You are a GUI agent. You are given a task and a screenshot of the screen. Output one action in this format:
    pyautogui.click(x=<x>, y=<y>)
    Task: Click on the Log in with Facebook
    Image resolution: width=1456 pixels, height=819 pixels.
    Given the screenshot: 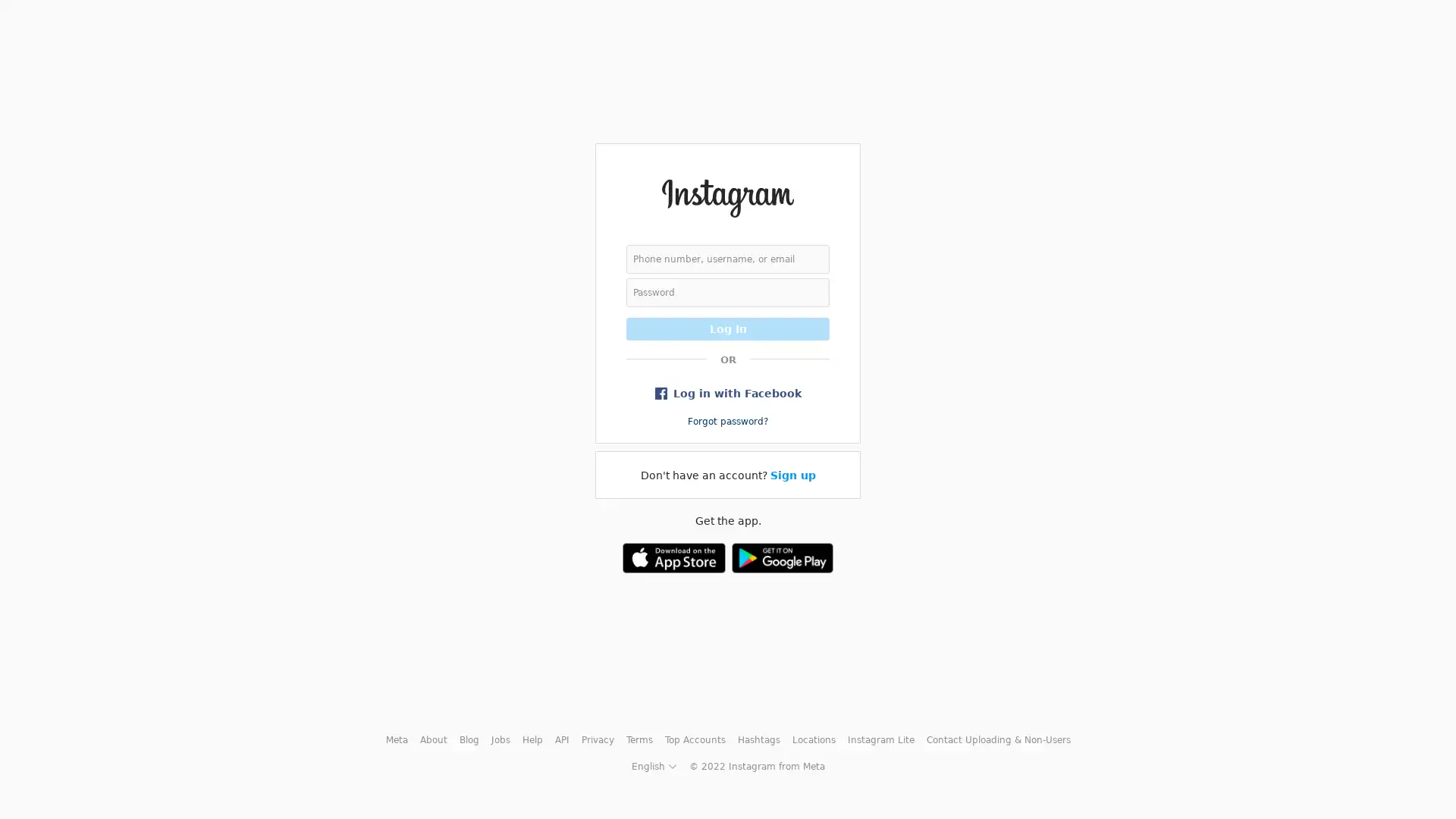 What is the action you would take?
    pyautogui.click(x=728, y=391)
    